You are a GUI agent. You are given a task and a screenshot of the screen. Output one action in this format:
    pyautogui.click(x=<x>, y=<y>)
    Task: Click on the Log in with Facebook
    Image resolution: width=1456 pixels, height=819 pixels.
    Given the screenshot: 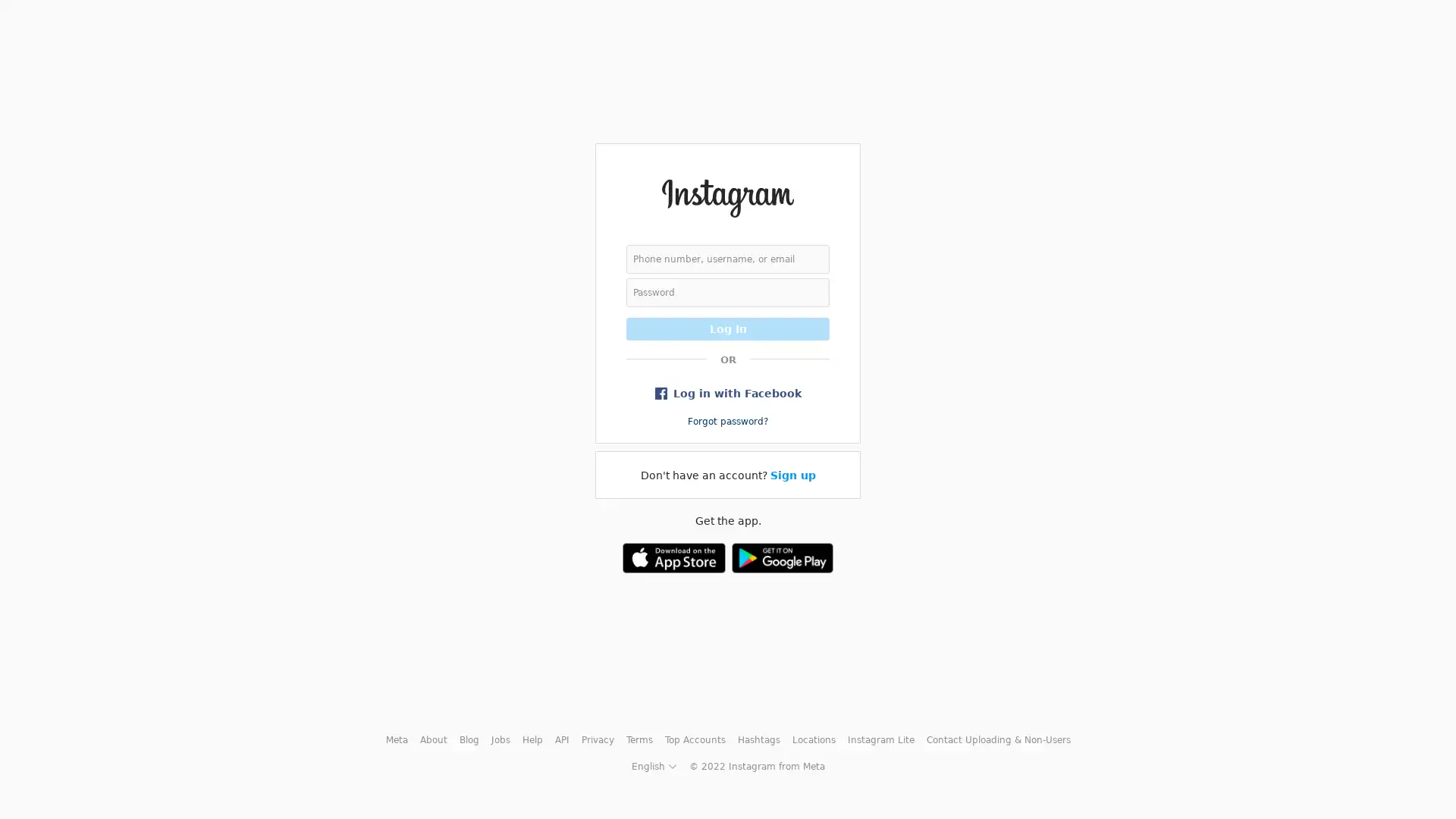 What is the action you would take?
    pyautogui.click(x=728, y=391)
    